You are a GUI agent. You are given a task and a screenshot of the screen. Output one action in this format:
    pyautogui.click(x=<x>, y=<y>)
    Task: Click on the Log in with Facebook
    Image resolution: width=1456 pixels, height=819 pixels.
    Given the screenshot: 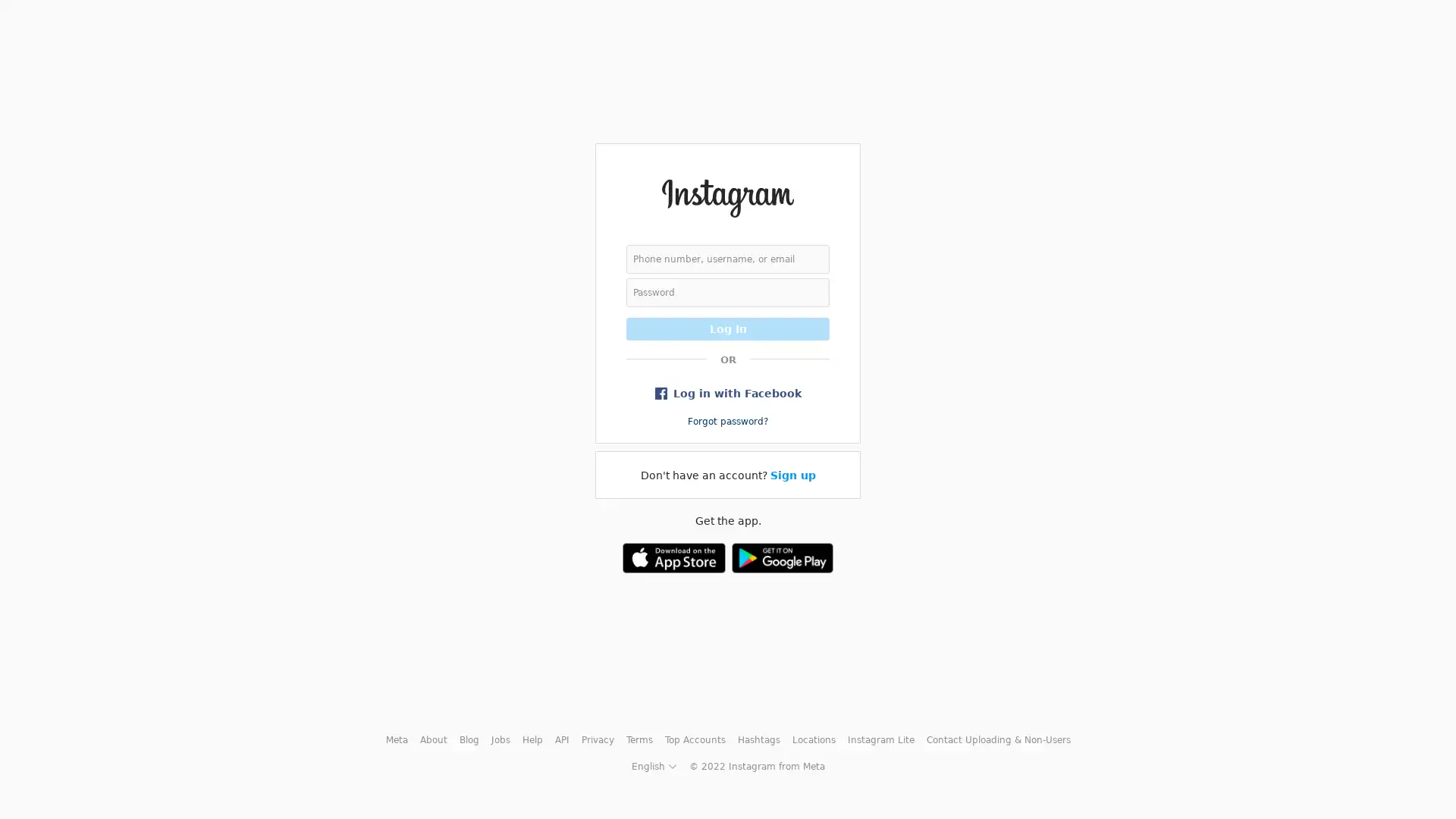 What is the action you would take?
    pyautogui.click(x=728, y=391)
    